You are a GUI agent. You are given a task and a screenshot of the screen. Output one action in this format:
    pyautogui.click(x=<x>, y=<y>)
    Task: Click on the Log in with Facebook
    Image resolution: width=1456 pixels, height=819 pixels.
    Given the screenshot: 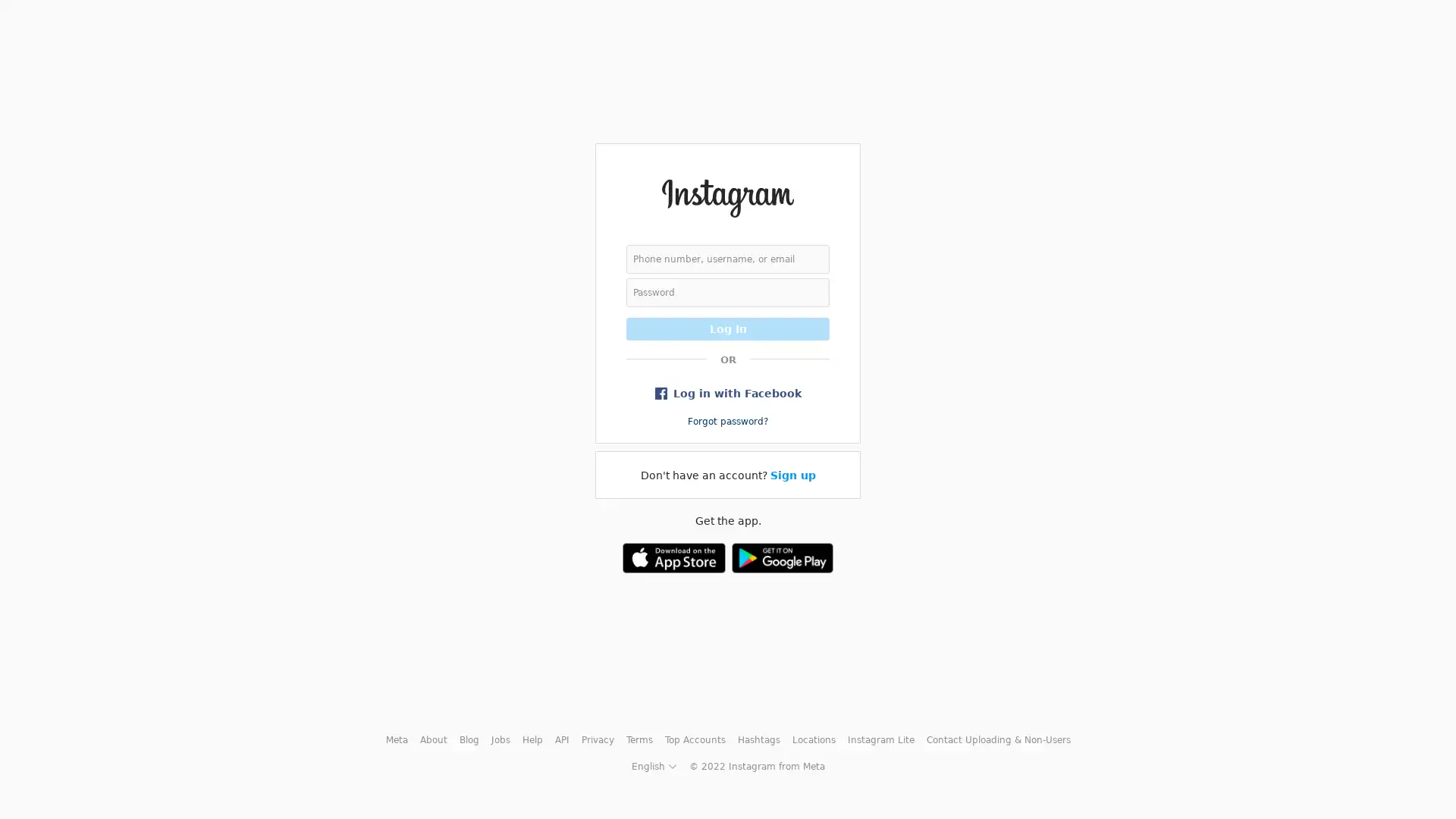 What is the action you would take?
    pyautogui.click(x=728, y=391)
    